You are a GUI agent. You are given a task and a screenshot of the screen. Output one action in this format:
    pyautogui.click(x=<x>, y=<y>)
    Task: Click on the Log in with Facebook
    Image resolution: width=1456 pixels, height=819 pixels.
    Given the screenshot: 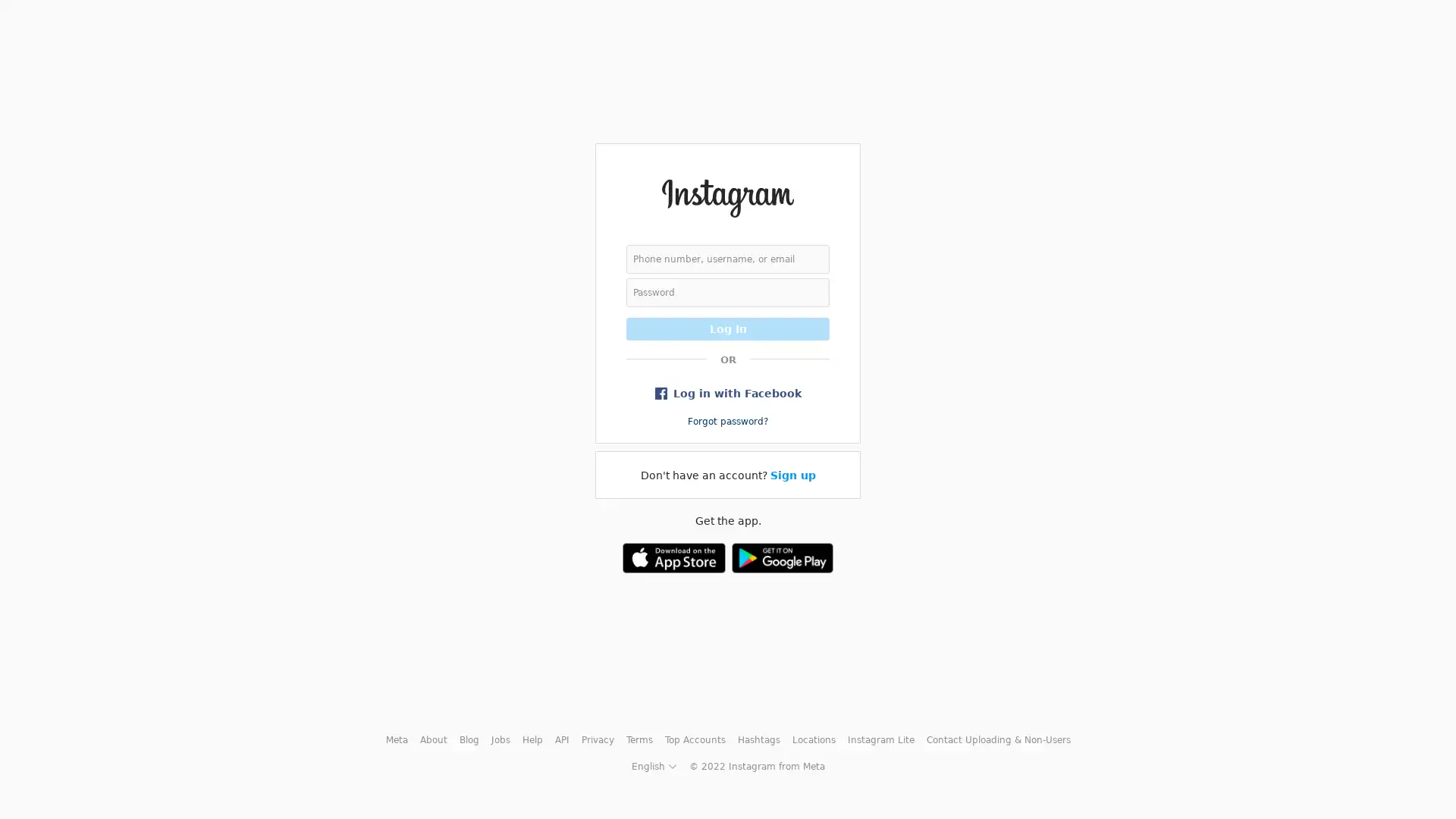 What is the action you would take?
    pyautogui.click(x=728, y=391)
    